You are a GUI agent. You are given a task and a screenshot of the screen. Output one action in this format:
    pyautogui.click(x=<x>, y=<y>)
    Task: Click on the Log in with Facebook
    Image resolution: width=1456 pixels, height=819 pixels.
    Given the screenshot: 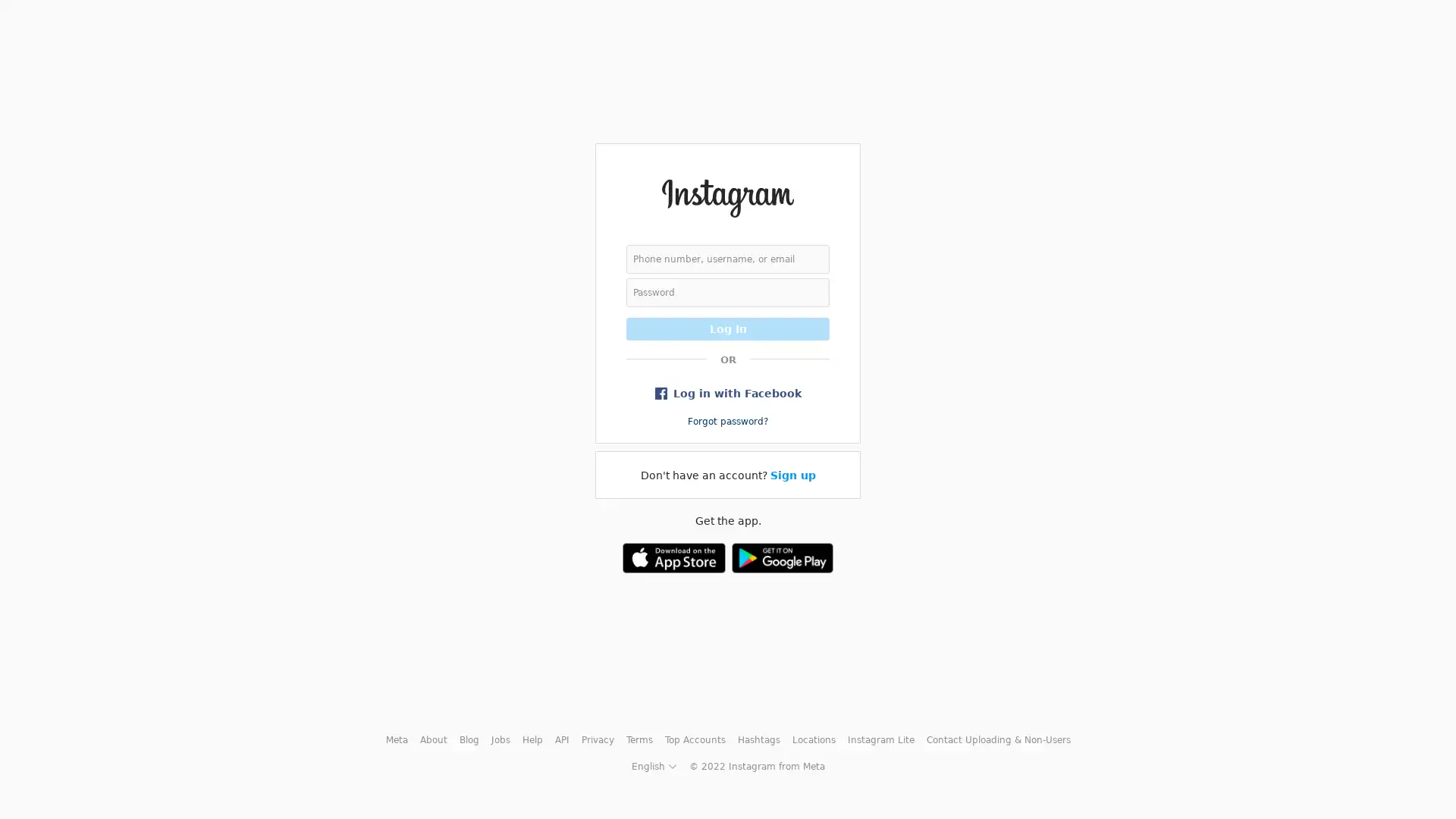 What is the action you would take?
    pyautogui.click(x=728, y=391)
    